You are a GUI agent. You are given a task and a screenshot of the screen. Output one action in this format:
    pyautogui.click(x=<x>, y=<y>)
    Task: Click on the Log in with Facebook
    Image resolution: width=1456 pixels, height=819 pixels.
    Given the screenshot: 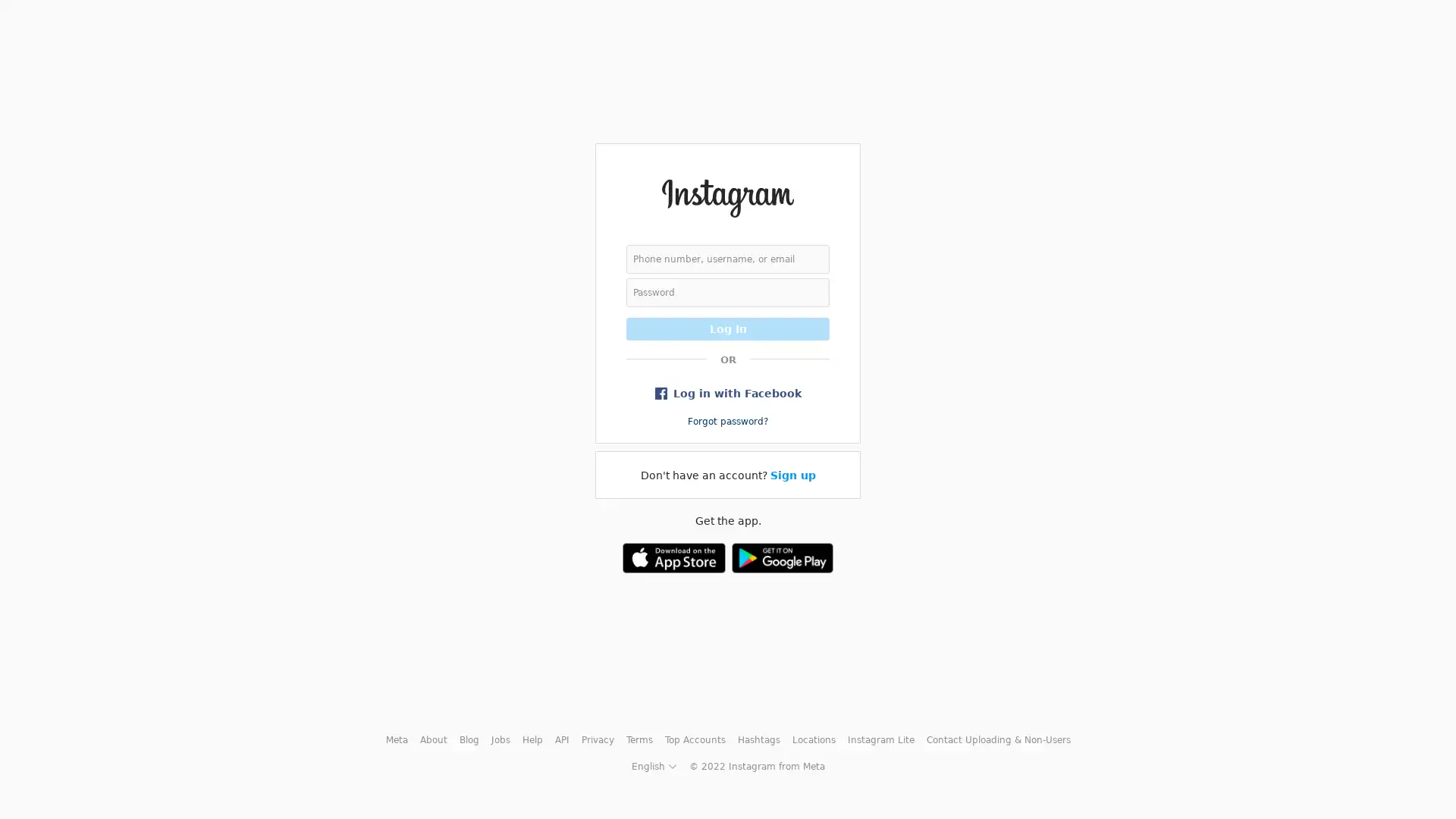 What is the action you would take?
    pyautogui.click(x=728, y=391)
    